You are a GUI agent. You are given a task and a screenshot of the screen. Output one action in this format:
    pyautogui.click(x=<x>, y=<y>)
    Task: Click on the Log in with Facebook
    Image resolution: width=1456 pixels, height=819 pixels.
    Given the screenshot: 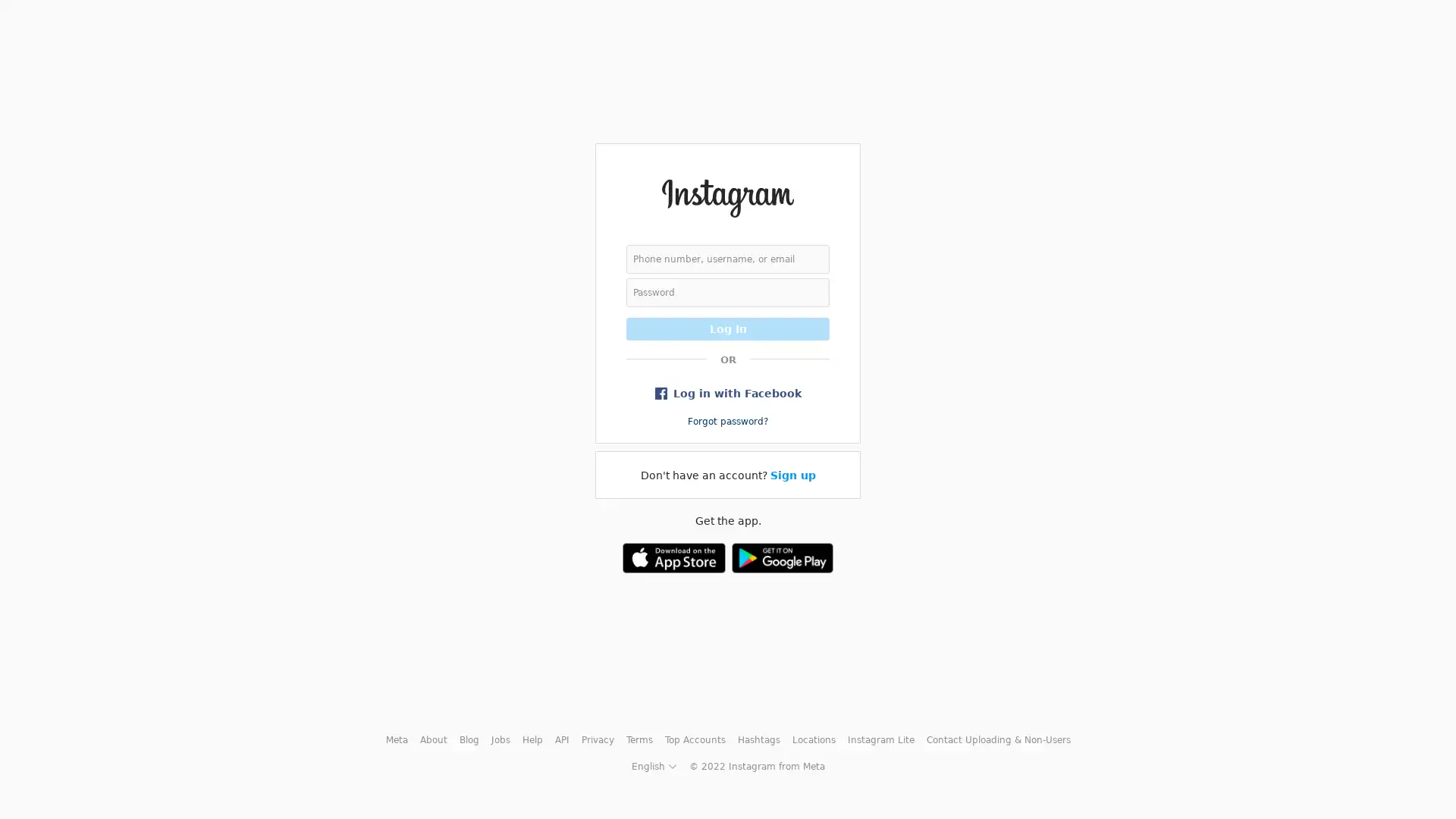 What is the action you would take?
    pyautogui.click(x=728, y=391)
    